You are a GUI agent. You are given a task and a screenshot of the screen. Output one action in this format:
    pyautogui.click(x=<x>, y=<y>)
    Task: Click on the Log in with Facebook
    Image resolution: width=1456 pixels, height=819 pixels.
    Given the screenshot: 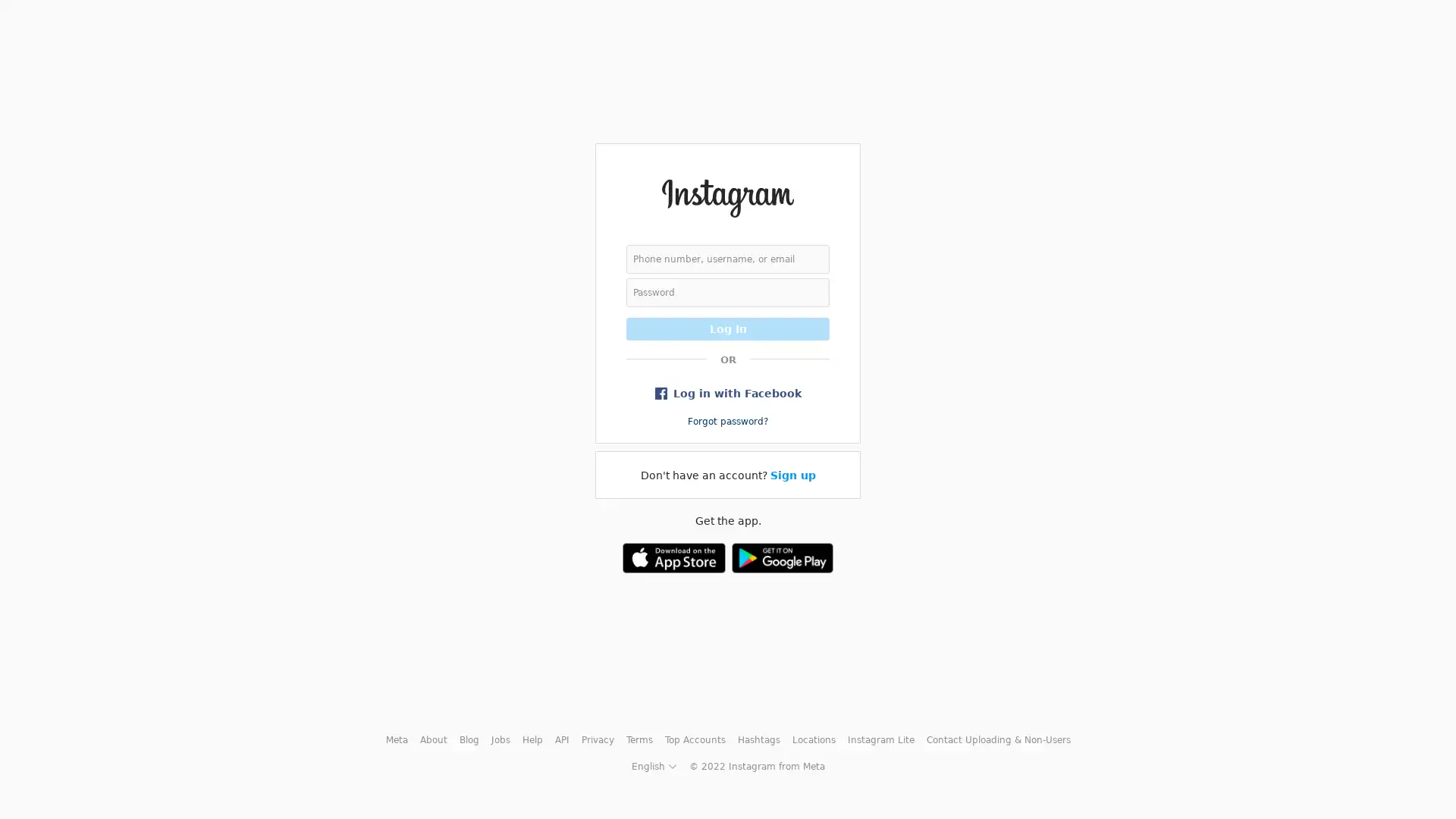 What is the action you would take?
    pyautogui.click(x=728, y=391)
    